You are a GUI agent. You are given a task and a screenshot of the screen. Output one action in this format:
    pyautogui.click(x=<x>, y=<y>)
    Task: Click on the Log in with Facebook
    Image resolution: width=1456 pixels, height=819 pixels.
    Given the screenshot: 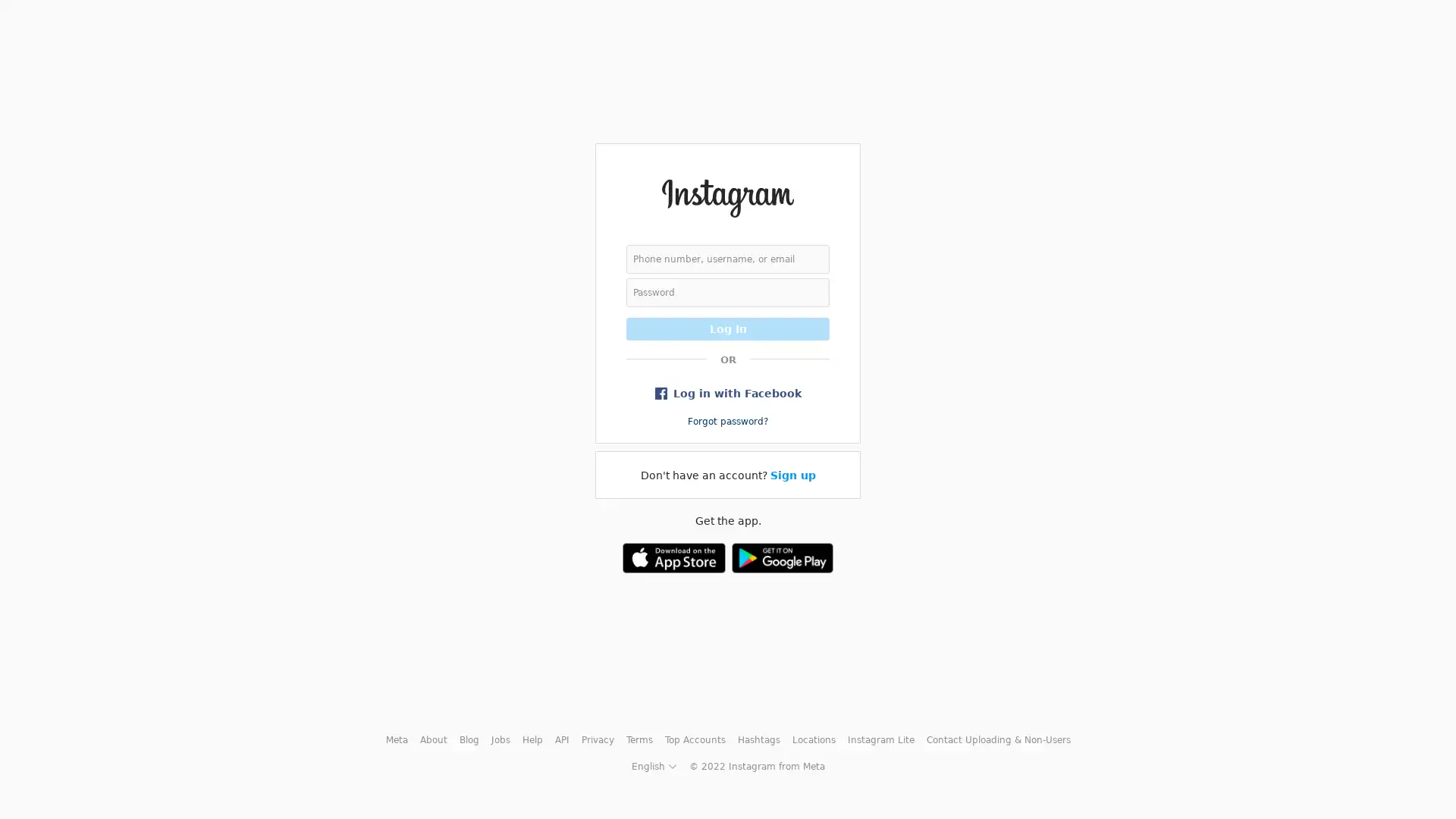 What is the action you would take?
    pyautogui.click(x=728, y=391)
    